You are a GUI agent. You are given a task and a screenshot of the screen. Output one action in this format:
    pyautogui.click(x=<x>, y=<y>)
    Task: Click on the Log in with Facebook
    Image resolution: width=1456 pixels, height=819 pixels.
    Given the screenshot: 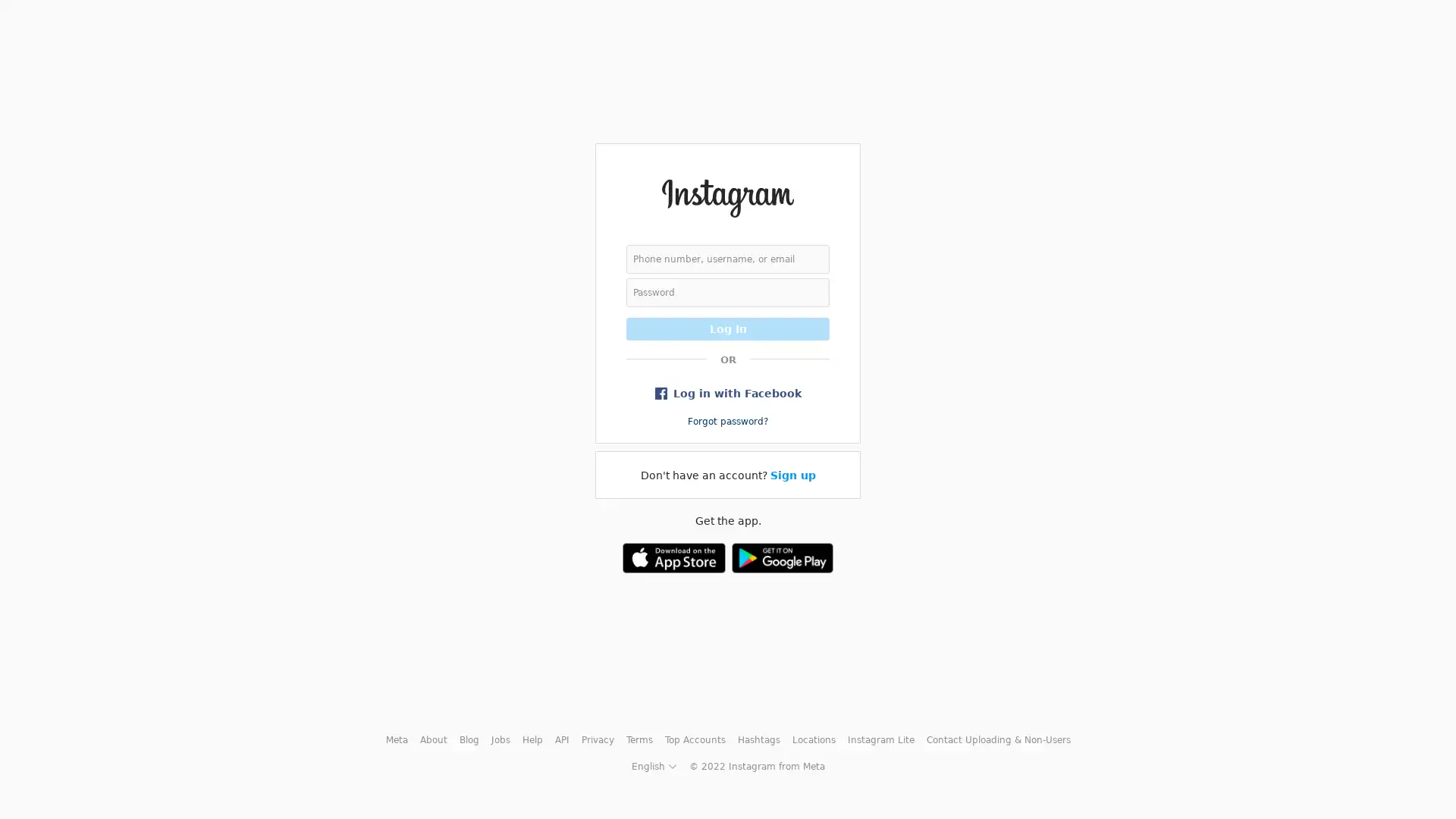 What is the action you would take?
    pyautogui.click(x=728, y=391)
    